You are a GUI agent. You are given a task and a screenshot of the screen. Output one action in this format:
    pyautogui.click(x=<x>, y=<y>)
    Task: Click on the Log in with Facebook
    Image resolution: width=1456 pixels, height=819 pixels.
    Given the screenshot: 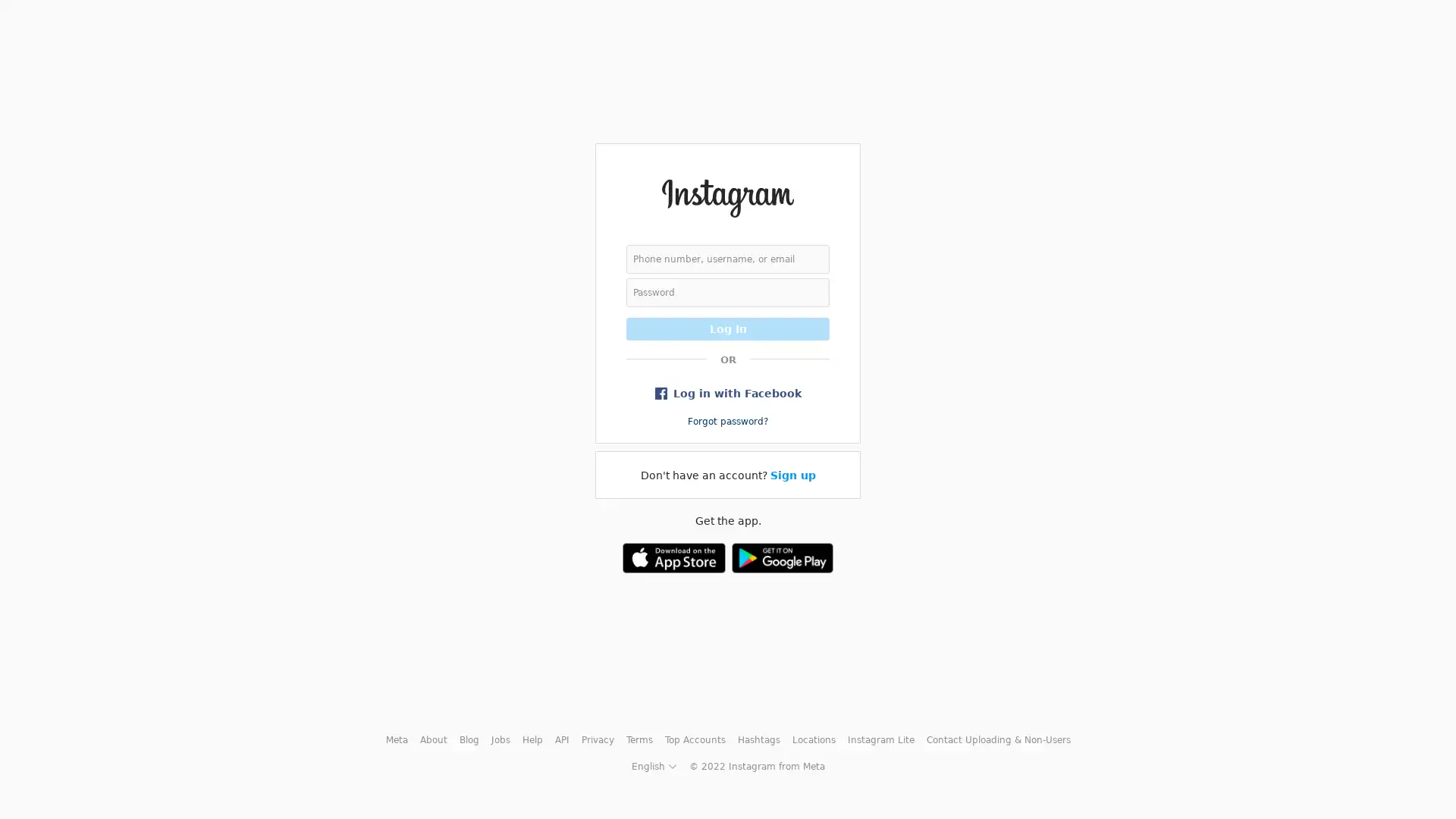 What is the action you would take?
    pyautogui.click(x=728, y=391)
    